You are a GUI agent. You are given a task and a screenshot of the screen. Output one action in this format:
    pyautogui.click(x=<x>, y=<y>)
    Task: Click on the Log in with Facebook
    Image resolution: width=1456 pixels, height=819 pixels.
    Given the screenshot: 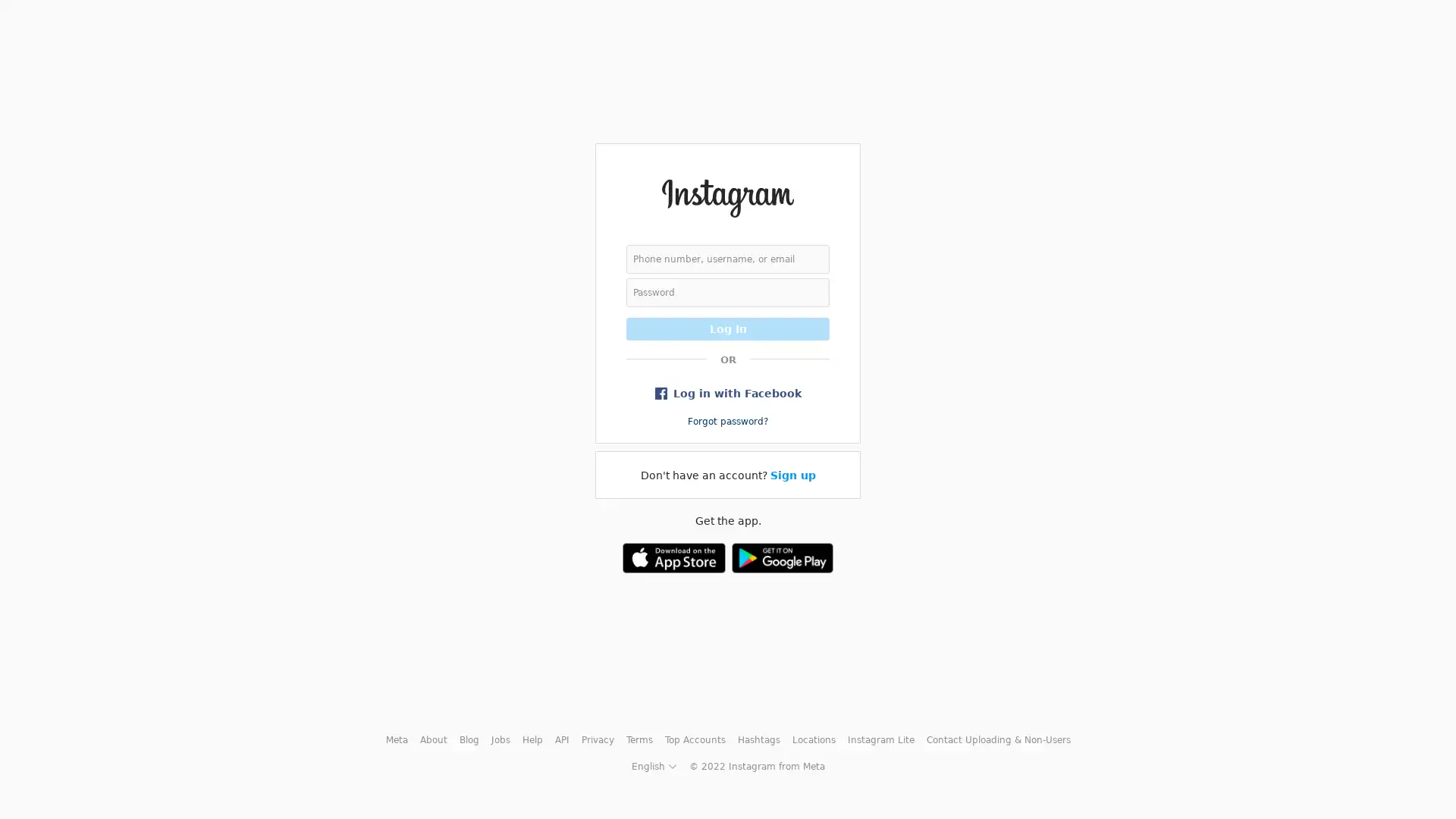 What is the action you would take?
    pyautogui.click(x=728, y=391)
    